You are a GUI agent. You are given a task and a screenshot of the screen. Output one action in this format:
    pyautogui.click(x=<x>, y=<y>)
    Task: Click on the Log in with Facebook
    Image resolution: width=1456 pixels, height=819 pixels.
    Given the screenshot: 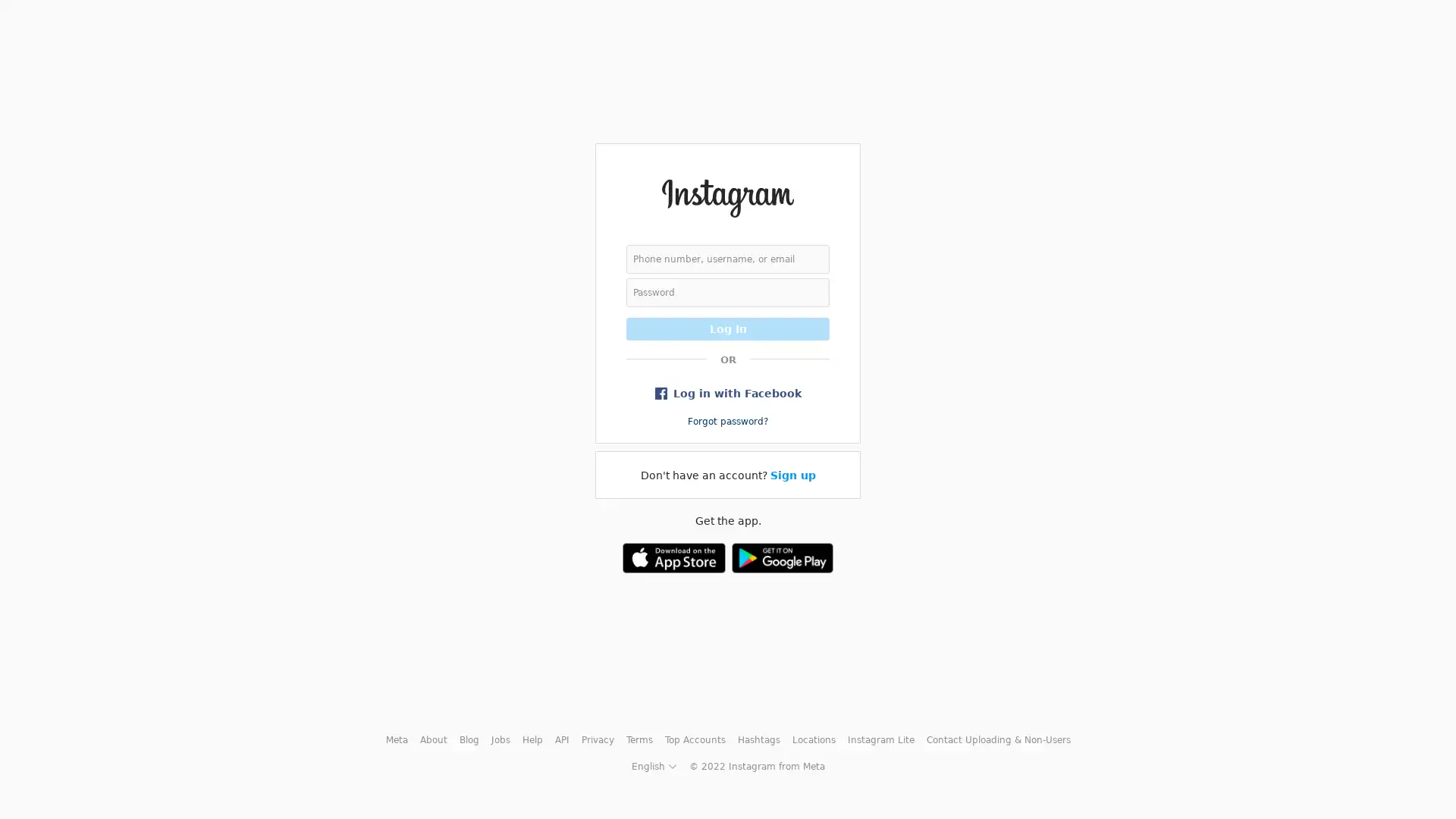 What is the action you would take?
    pyautogui.click(x=728, y=391)
    